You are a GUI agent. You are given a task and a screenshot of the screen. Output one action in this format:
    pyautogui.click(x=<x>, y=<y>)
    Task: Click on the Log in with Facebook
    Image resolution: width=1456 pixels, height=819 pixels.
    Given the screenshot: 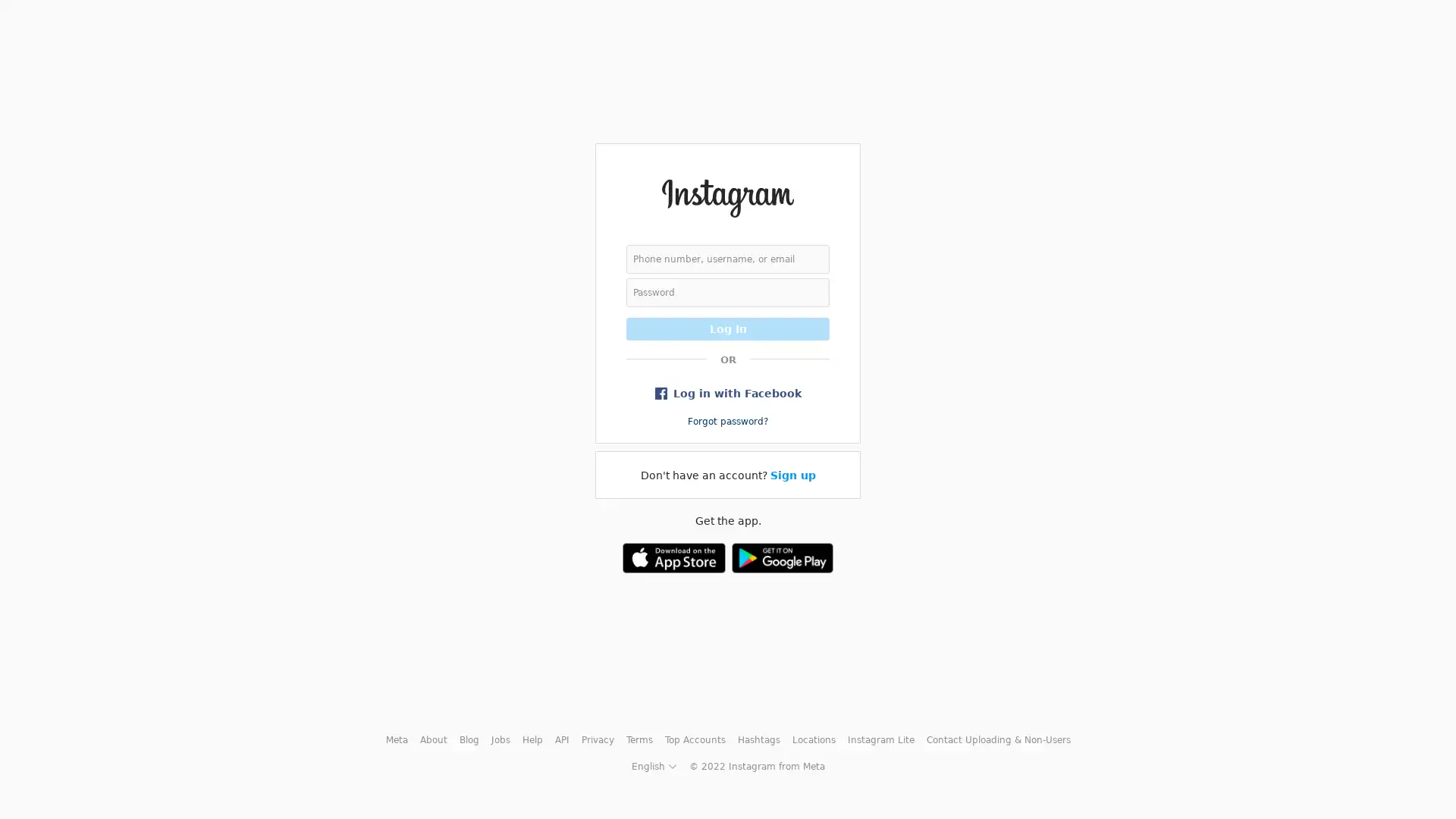 What is the action you would take?
    pyautogui.click(x=728, y=391)
    